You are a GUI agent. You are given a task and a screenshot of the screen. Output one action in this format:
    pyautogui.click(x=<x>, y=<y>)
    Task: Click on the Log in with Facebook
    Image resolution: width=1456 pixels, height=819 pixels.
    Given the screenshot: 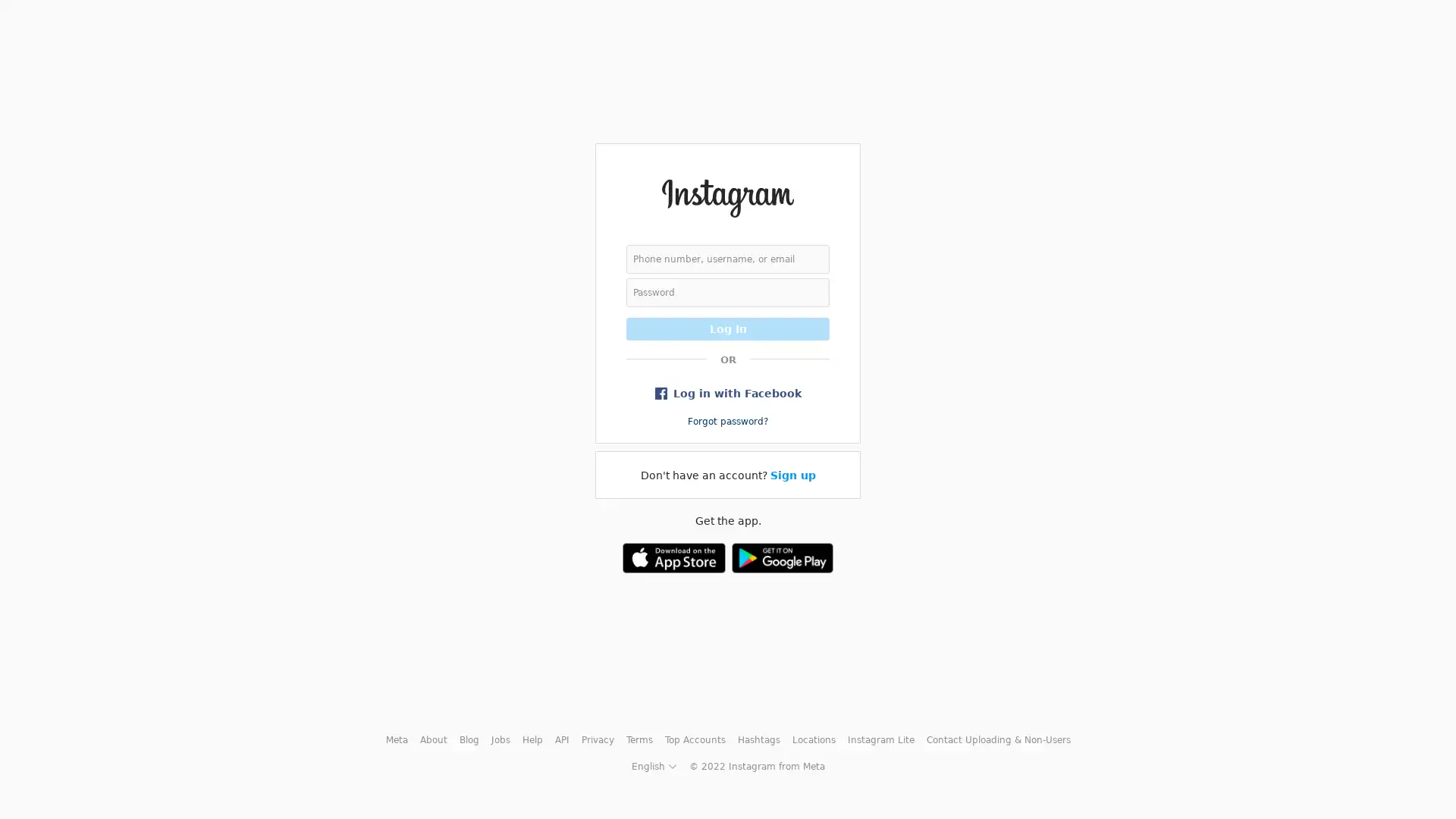 What is the action you would take?
    pyautogui.click(x=728, y=391)
    